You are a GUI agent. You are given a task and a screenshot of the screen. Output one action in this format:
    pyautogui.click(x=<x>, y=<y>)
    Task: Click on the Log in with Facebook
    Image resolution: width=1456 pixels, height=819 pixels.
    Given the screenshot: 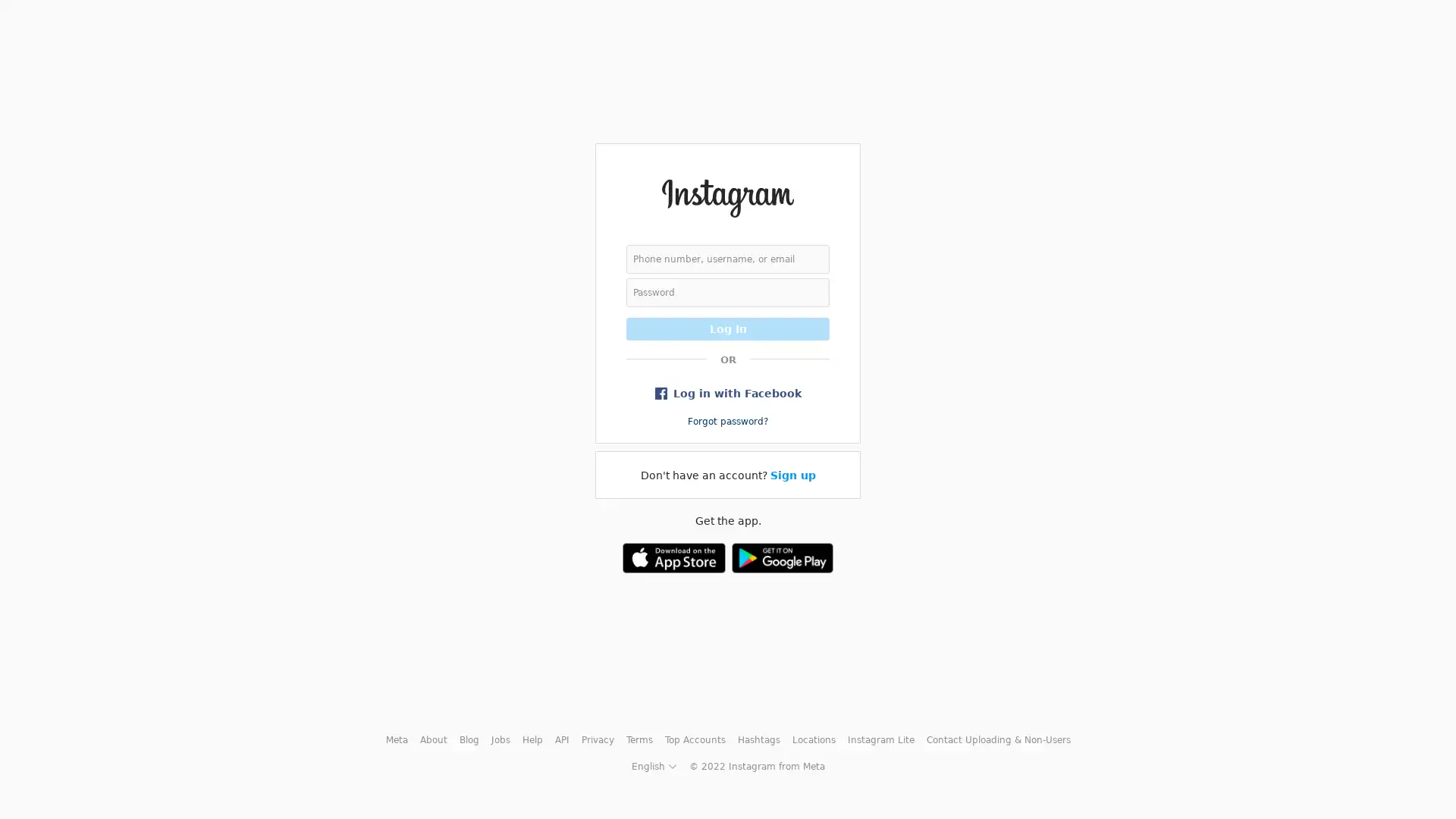 What is the action you would take?
    pyautogui.click(x=728, y=391)
    